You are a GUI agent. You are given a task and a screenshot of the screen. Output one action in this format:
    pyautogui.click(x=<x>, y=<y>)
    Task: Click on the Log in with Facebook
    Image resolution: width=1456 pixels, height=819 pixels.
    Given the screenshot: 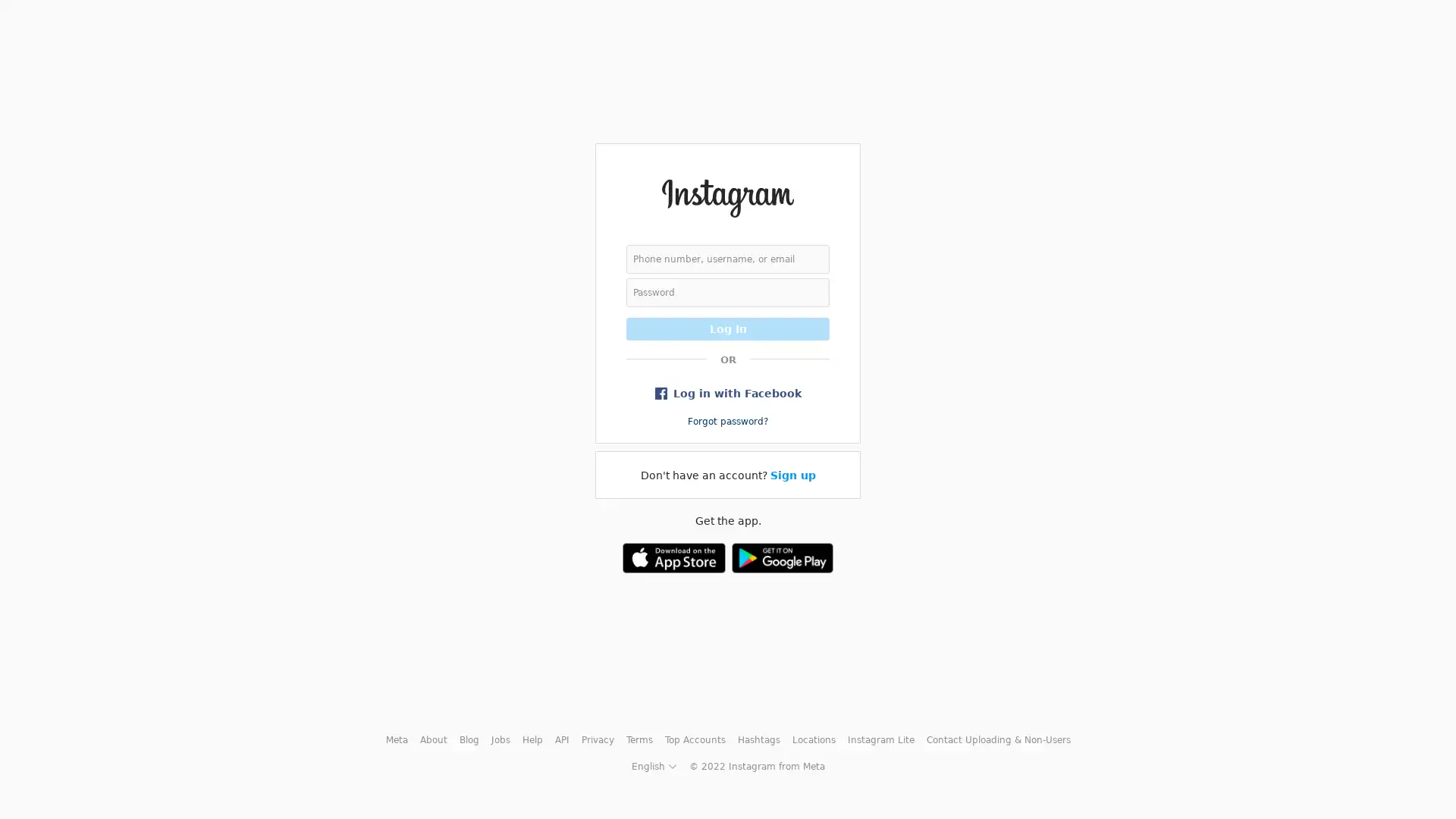 What is the action you would take?
    pyautogui.click(x=728, y=391)
    